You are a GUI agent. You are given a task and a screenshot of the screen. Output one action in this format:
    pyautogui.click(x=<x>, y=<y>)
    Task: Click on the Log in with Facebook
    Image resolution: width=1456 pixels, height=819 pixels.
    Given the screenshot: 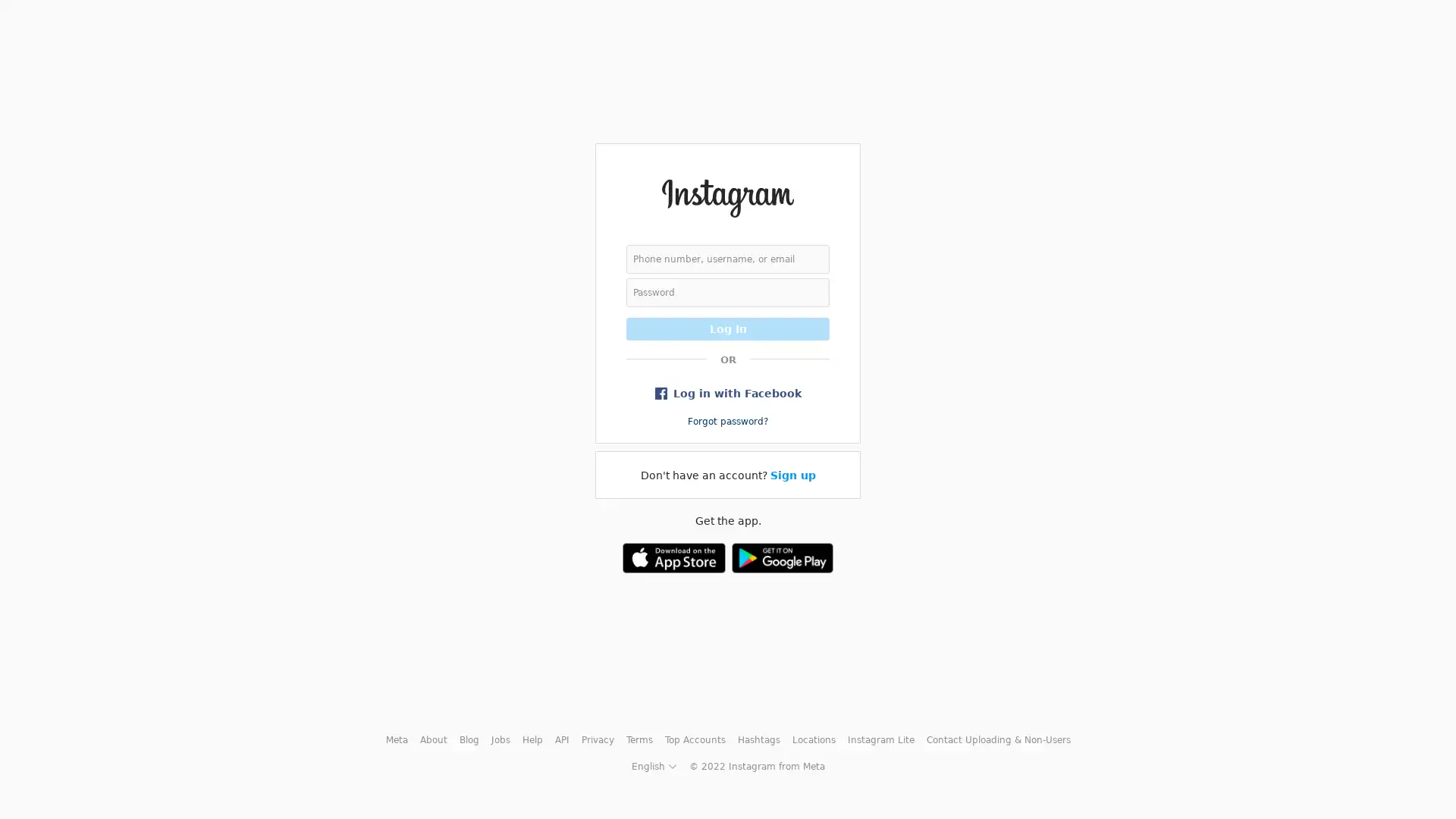 What is the action you would take?
    pyautogui.click(x=728, y=391)
    